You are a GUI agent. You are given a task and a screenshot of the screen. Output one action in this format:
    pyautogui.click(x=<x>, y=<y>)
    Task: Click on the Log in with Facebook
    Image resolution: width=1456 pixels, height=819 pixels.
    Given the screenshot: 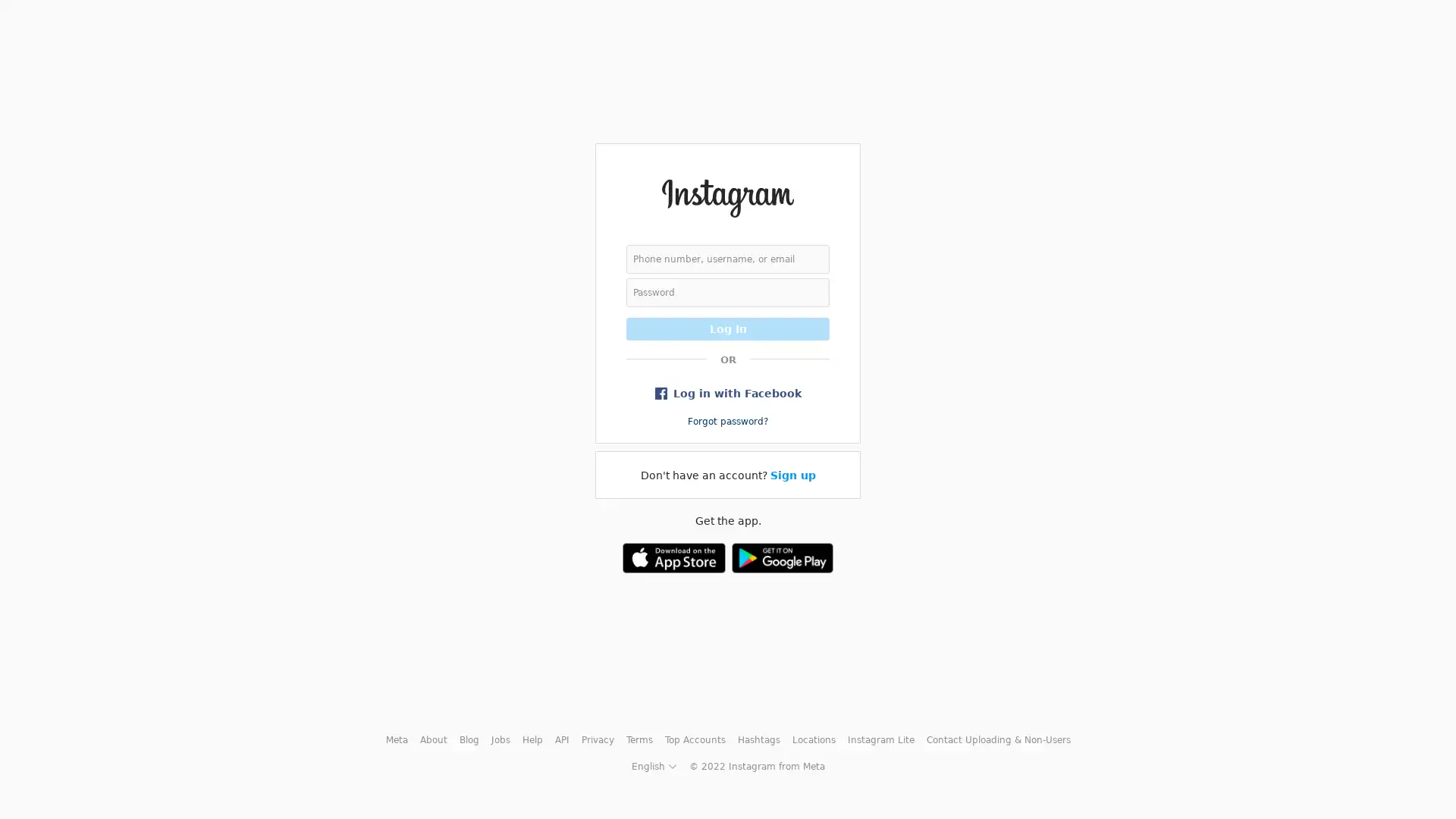 What is the action you would take?
    pyautogui.click(x=728, y=391)
    